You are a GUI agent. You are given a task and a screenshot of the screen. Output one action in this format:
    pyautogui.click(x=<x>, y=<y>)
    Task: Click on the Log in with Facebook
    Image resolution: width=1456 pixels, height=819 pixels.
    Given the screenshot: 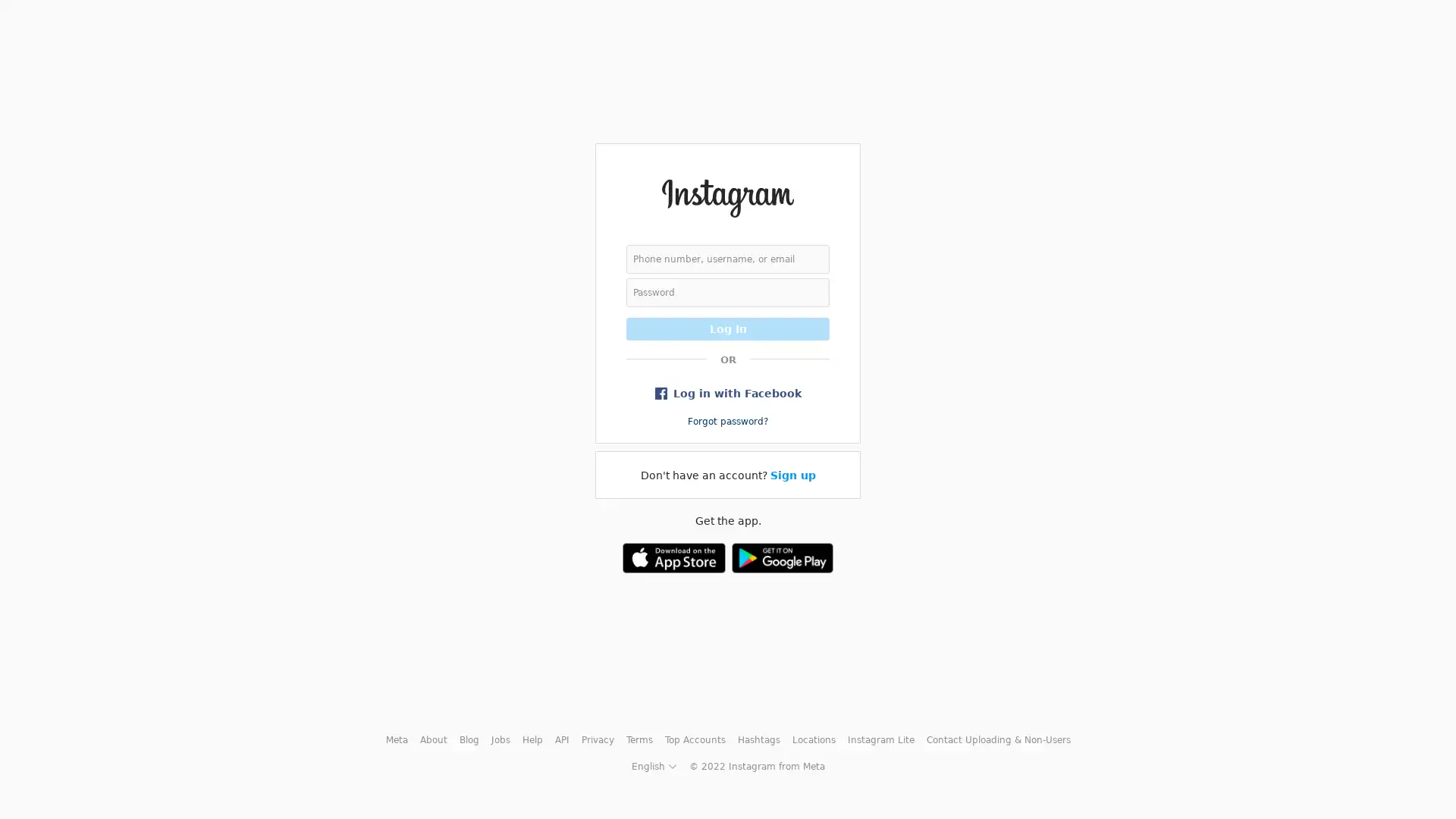 What is the action you would take?
    pyautogui.click(x=728, y=391)
    